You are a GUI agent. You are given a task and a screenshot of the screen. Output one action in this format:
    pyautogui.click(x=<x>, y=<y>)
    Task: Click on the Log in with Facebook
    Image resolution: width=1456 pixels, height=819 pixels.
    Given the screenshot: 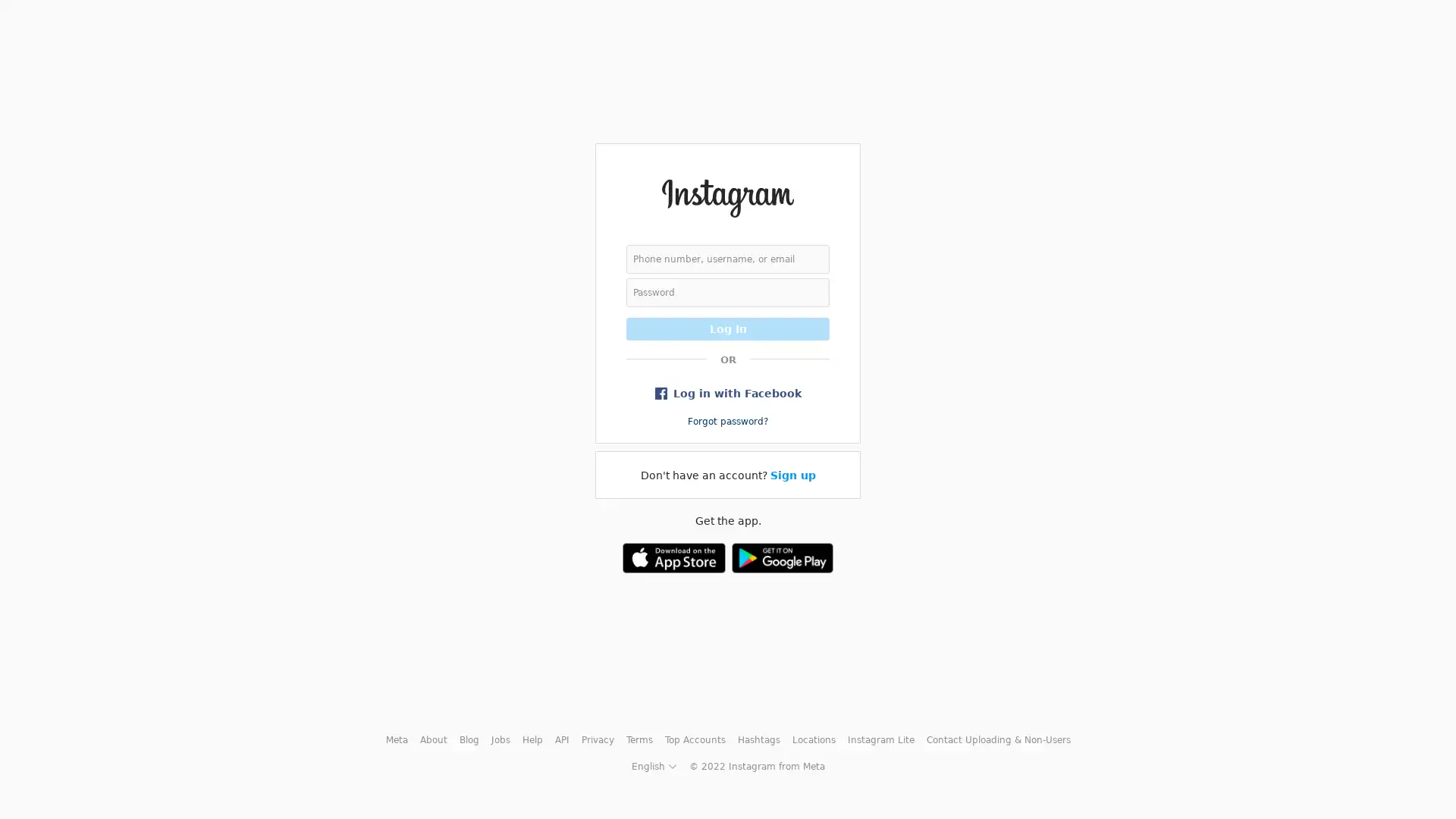 What is the action you would take?
    pyautogui.click(x=728, y=391)
    